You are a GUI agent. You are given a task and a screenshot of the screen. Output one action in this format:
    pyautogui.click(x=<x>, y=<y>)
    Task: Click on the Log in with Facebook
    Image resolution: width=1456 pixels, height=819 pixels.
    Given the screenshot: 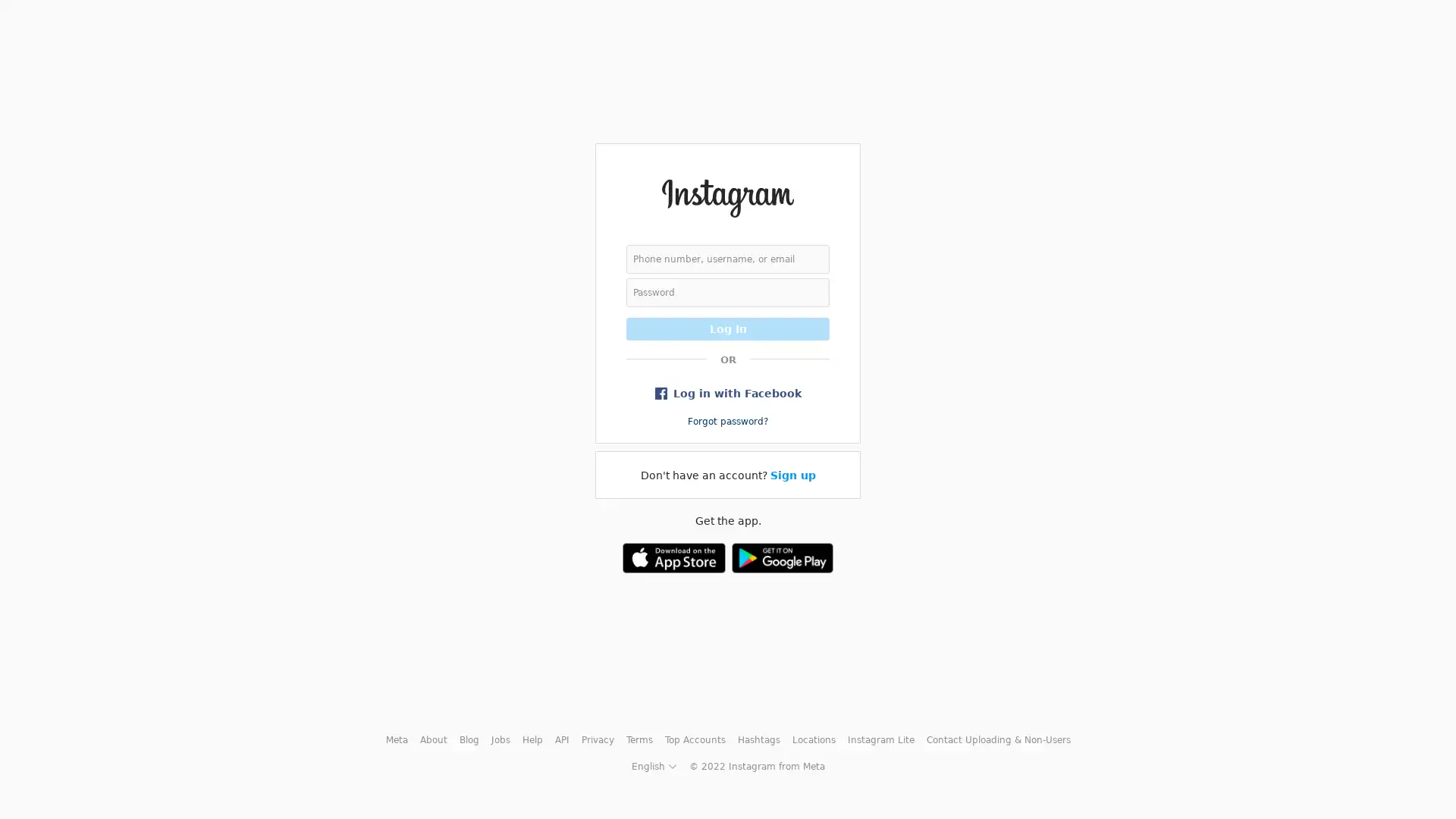 What is the action you would take?
    pyautogui.click(x=728, y=391)
    